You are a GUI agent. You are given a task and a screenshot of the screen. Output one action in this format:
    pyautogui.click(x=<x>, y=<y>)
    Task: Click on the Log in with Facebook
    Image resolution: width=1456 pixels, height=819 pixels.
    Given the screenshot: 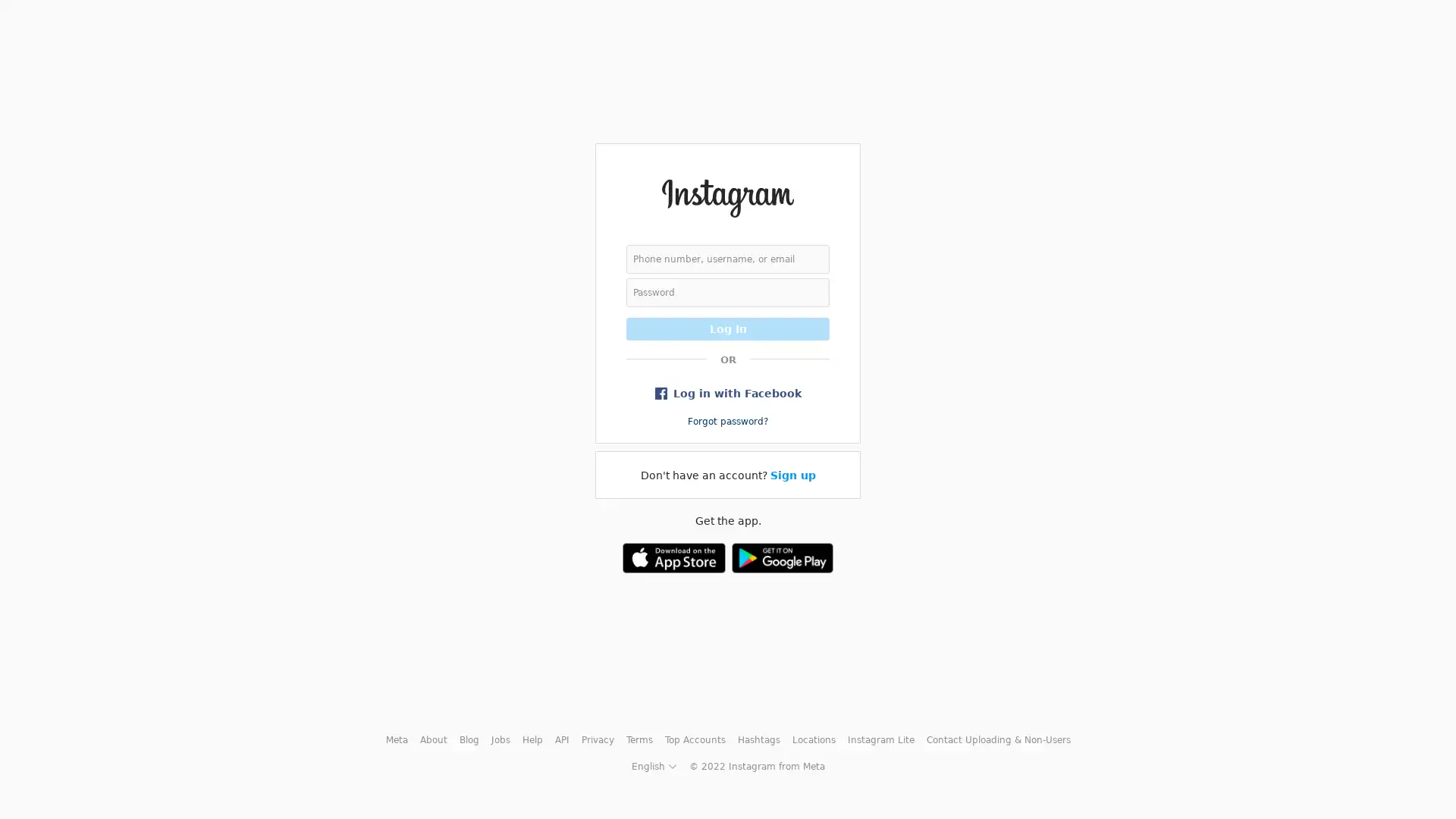 What is the action you would take?
    pyautogui.click(x=728, y=391)
    